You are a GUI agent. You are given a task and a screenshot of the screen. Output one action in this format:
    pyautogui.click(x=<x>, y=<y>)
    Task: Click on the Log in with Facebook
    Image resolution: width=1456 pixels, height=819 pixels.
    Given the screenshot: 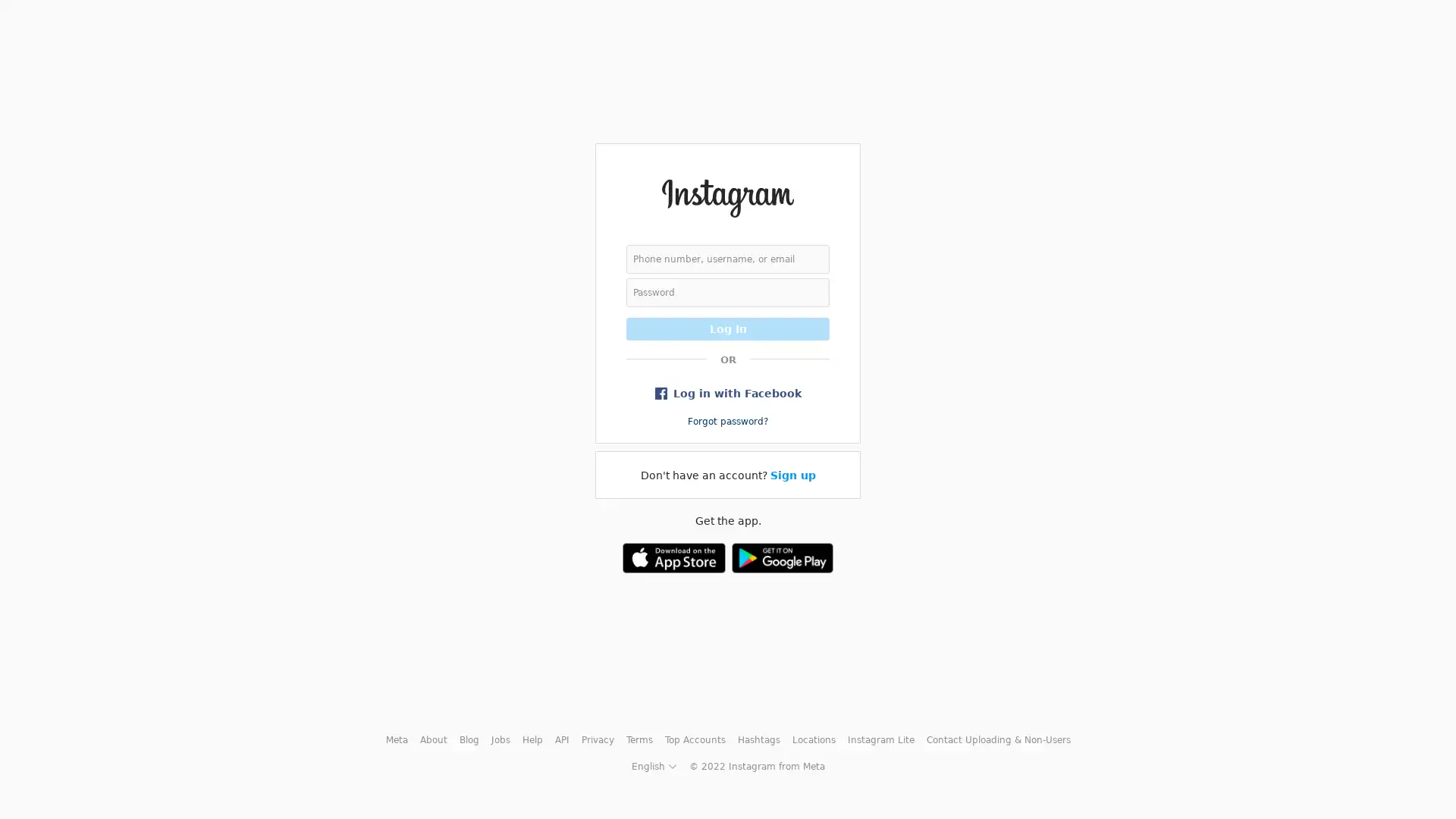 What is the action you would take?
    pyautogui.click(x=728, y=391)
    